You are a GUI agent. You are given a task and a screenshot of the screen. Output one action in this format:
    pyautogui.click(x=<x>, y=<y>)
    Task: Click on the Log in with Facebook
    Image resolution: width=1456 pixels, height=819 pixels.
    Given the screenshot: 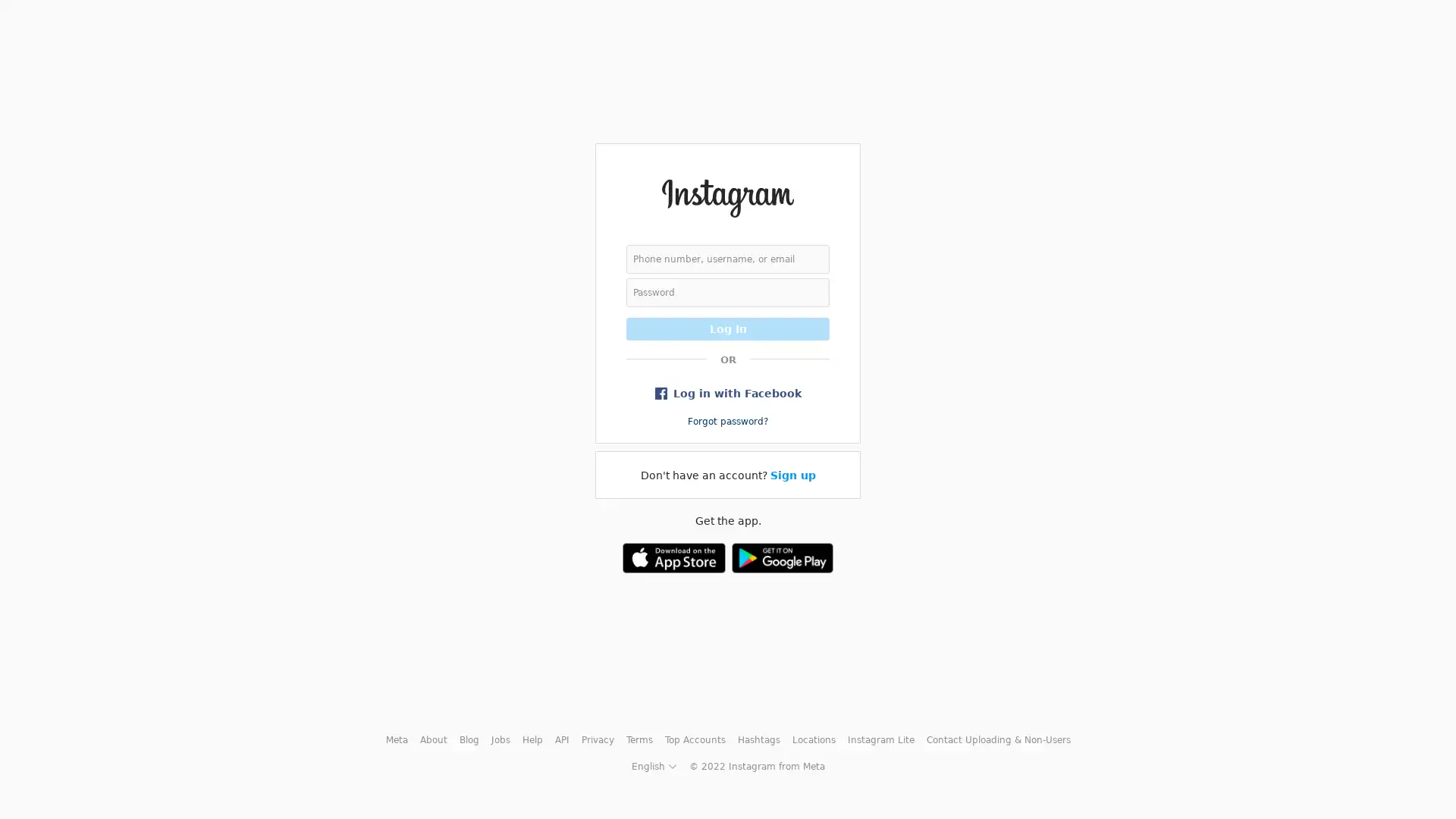 What is the action you would take?
    pyautogui.click(x=728, y=391)
    